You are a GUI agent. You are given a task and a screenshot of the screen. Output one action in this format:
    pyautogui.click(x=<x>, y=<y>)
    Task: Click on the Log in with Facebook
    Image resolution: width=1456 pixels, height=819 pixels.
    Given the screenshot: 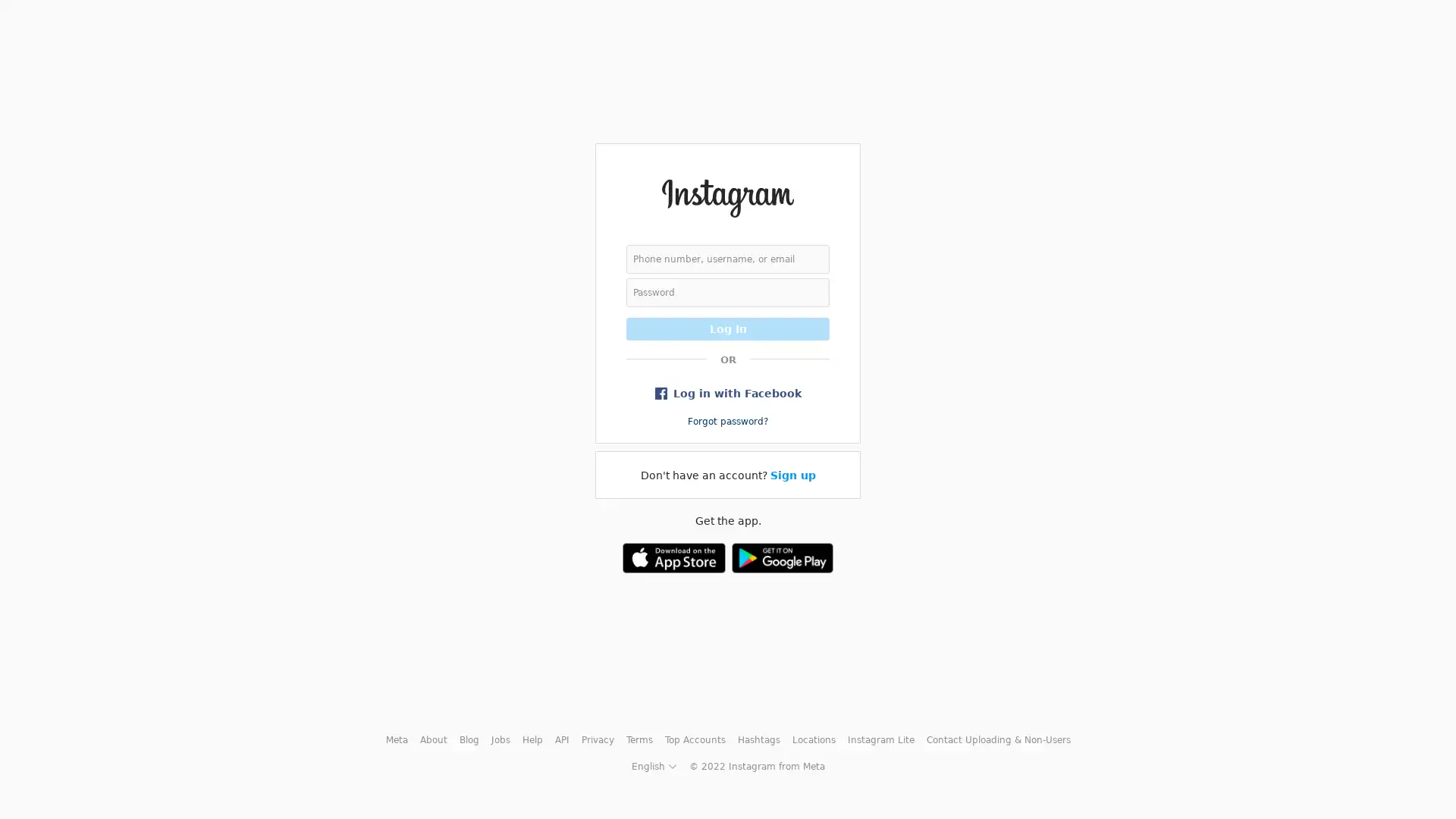 What is the action you would take?
    pyautogui.click(x=728, y=391)
    